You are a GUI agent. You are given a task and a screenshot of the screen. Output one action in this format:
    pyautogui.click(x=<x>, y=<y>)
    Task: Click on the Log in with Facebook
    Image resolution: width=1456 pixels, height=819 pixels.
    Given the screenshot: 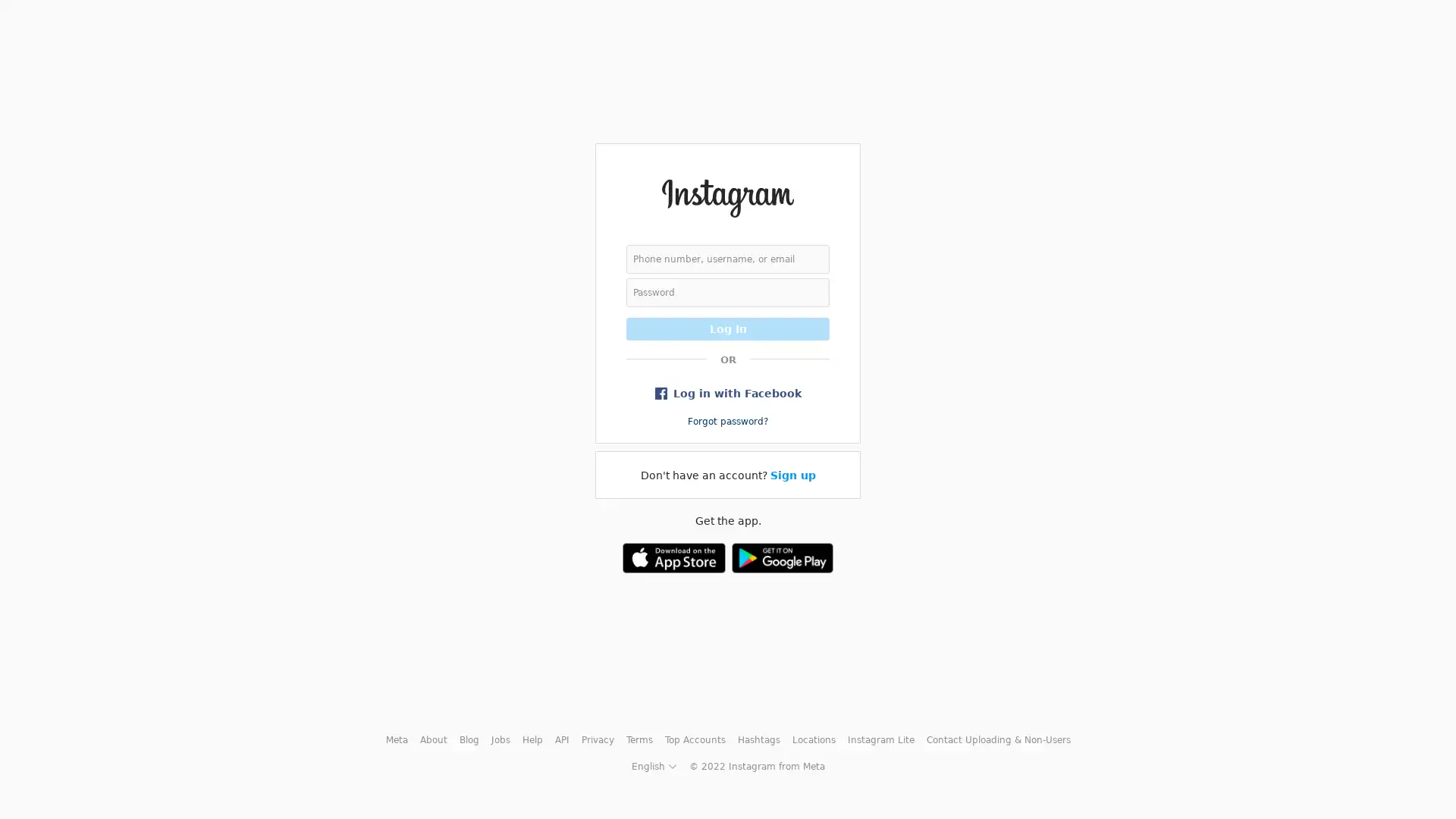 What is the action you would take?
    pyautogui.click(x=728, y=391)
    